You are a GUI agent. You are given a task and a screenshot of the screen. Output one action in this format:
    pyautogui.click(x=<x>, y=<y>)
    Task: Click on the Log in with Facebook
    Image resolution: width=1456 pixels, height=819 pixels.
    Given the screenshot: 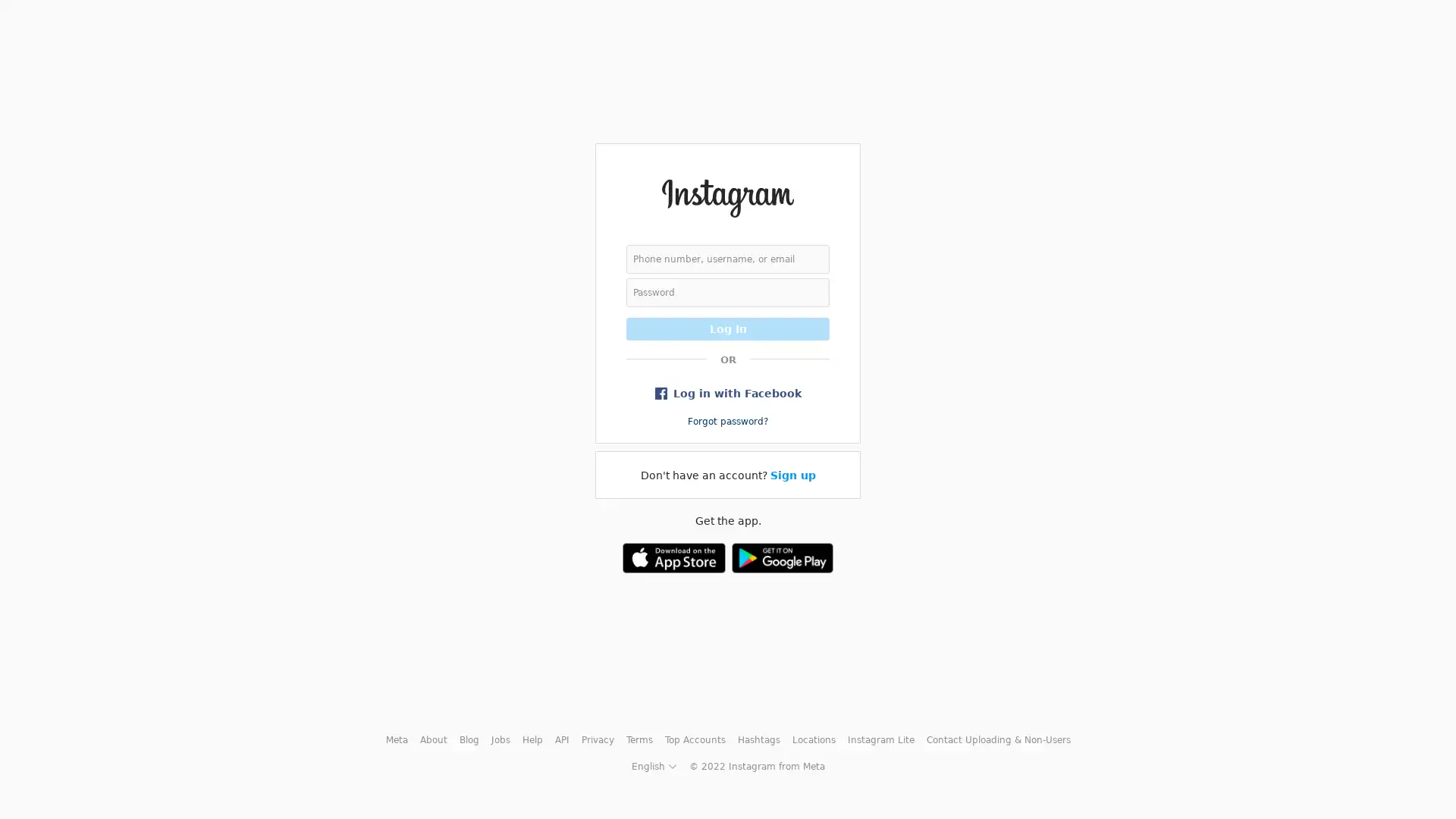 What is the action you would take?
    pyautogui.click(x=728, y=391)
    